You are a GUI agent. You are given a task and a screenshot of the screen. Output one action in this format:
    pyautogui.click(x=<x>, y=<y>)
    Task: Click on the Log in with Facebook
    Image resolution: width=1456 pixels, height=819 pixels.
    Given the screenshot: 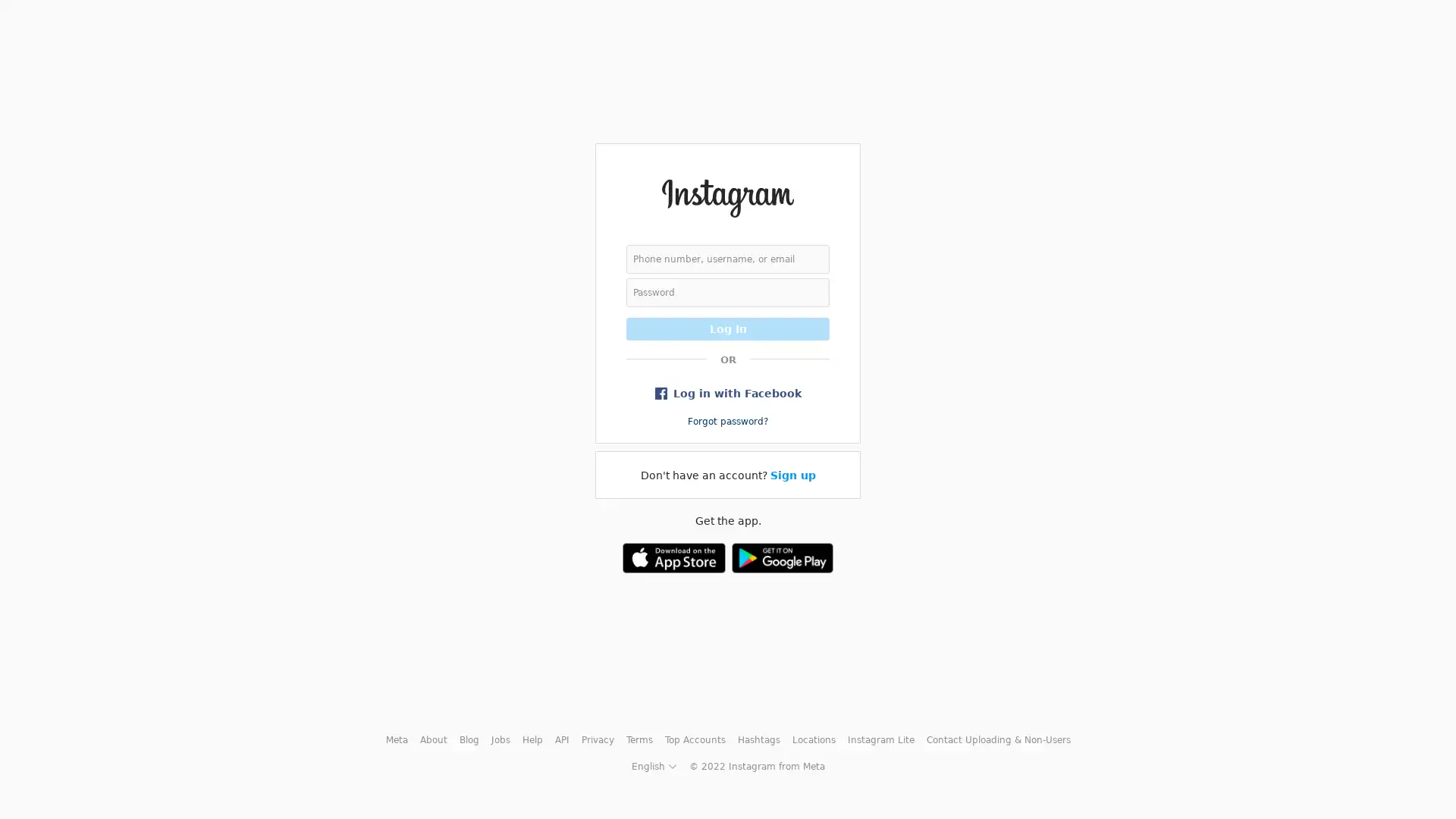 What is the action you would take?
    pyautogui.click(x=728, y=391)
    